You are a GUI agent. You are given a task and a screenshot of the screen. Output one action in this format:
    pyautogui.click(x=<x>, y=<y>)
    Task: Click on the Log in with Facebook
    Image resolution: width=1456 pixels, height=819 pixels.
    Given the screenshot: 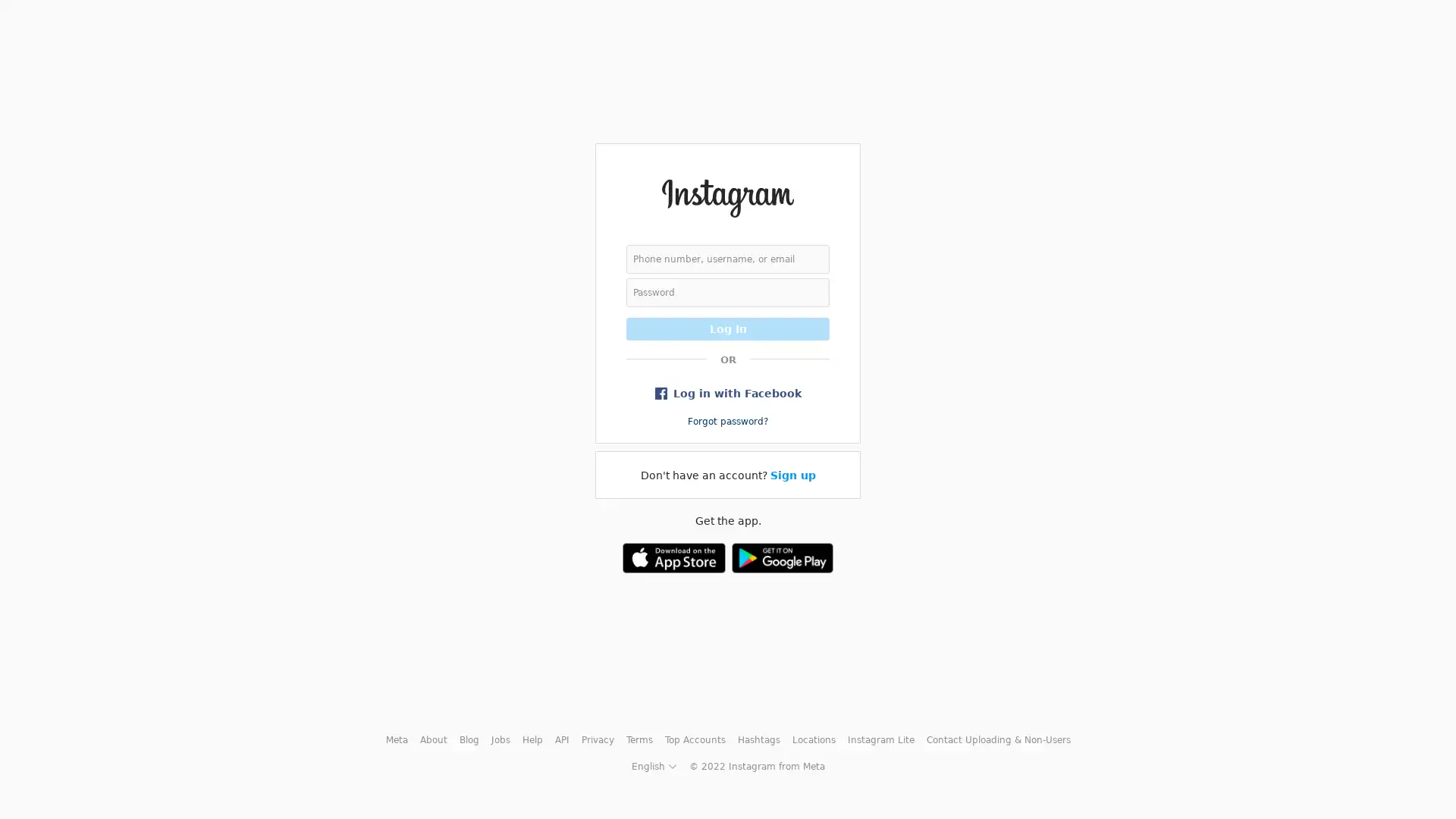 What is the action you would take?
    pyautogui.click(x=728, y=391)
    